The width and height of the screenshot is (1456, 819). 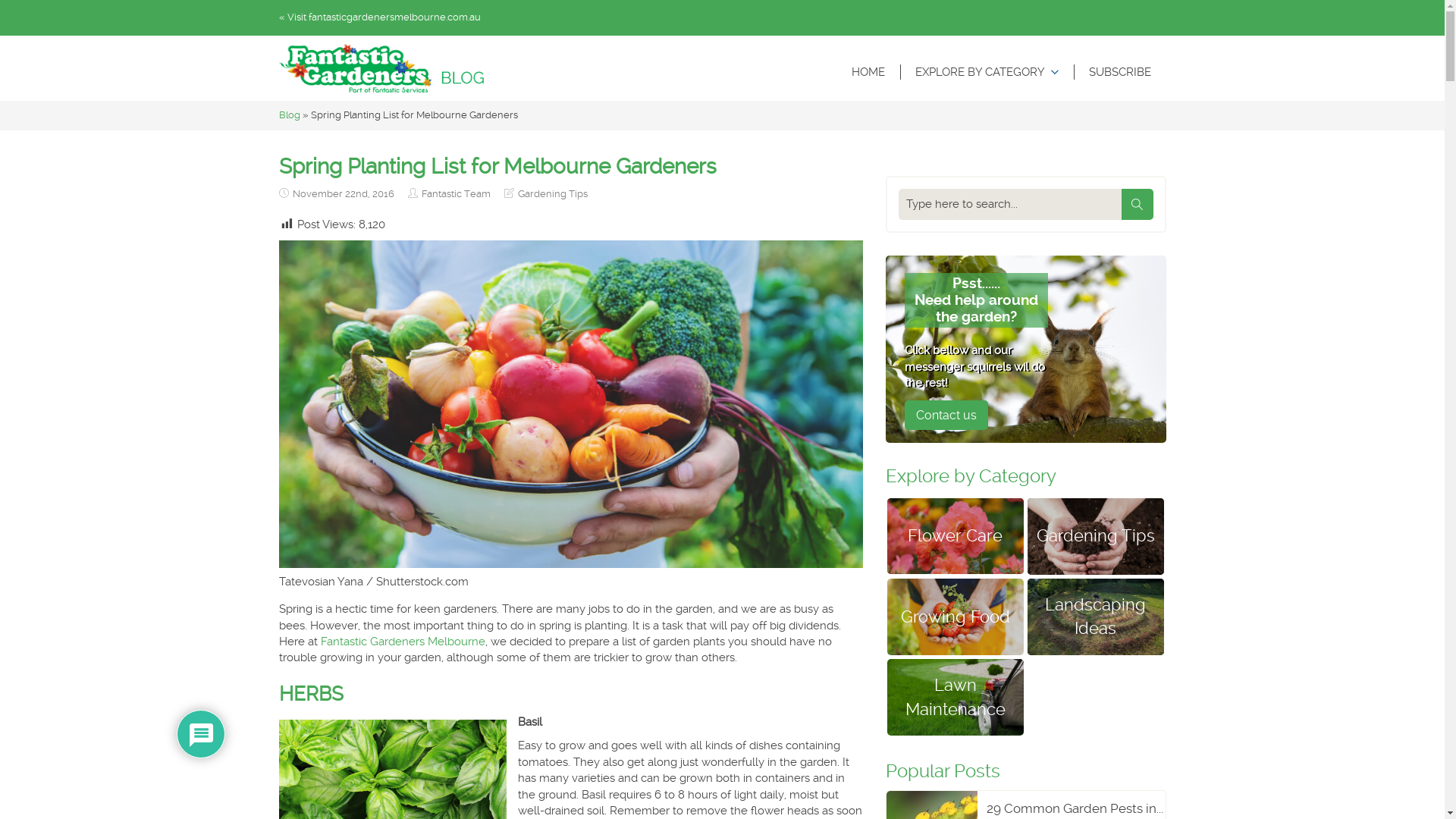 What do you see at coordinates (867, 72) in the screenshot?
I see `'HOME'` at bounding box center [867, 72].